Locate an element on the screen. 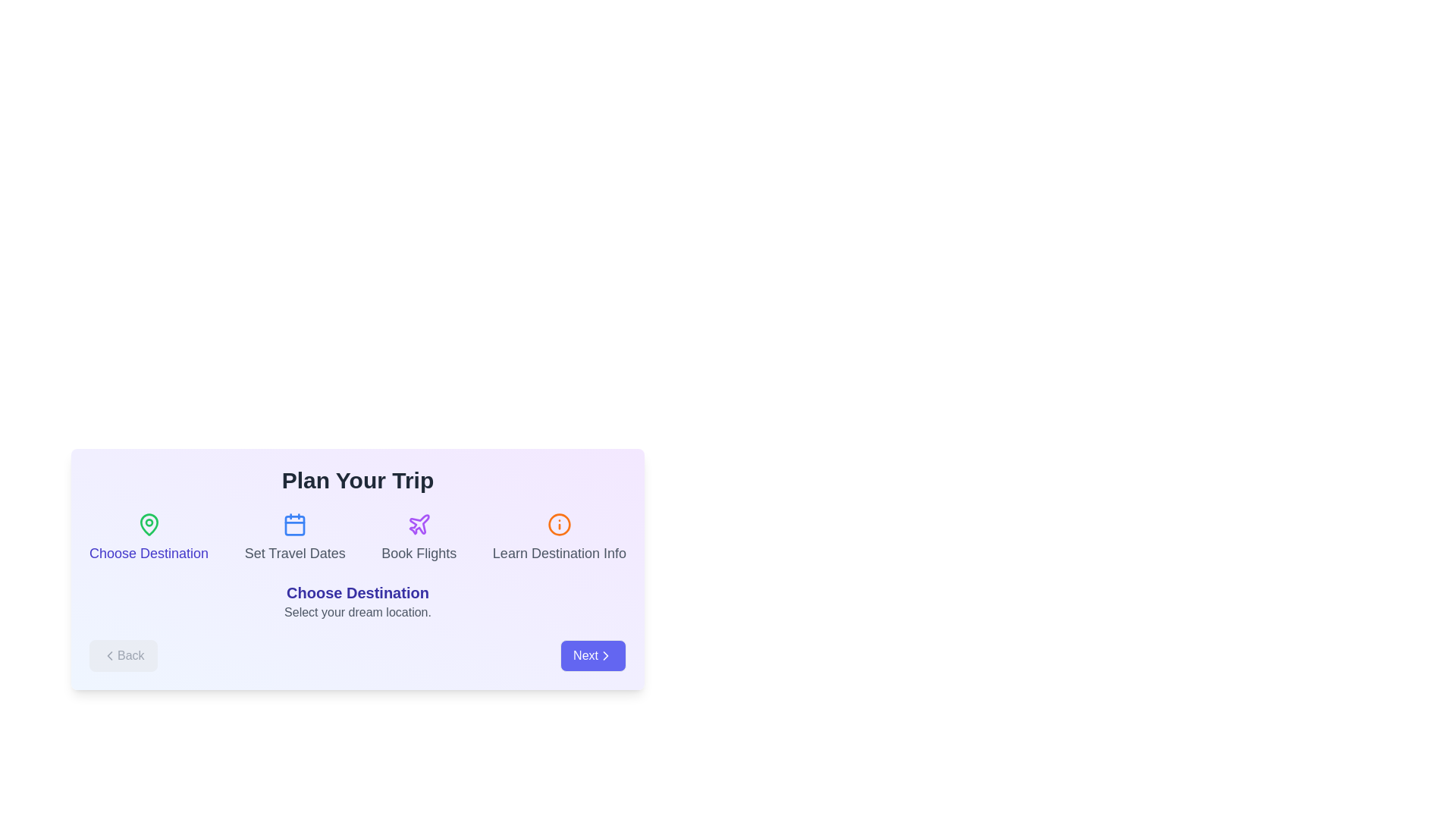 Image resolution: width=1456 pixels, height=819 pixels. the 'Book Flights' icon located in the navigation panel under the 'Plan Your Trip' section is located at coordinates (419, 523).